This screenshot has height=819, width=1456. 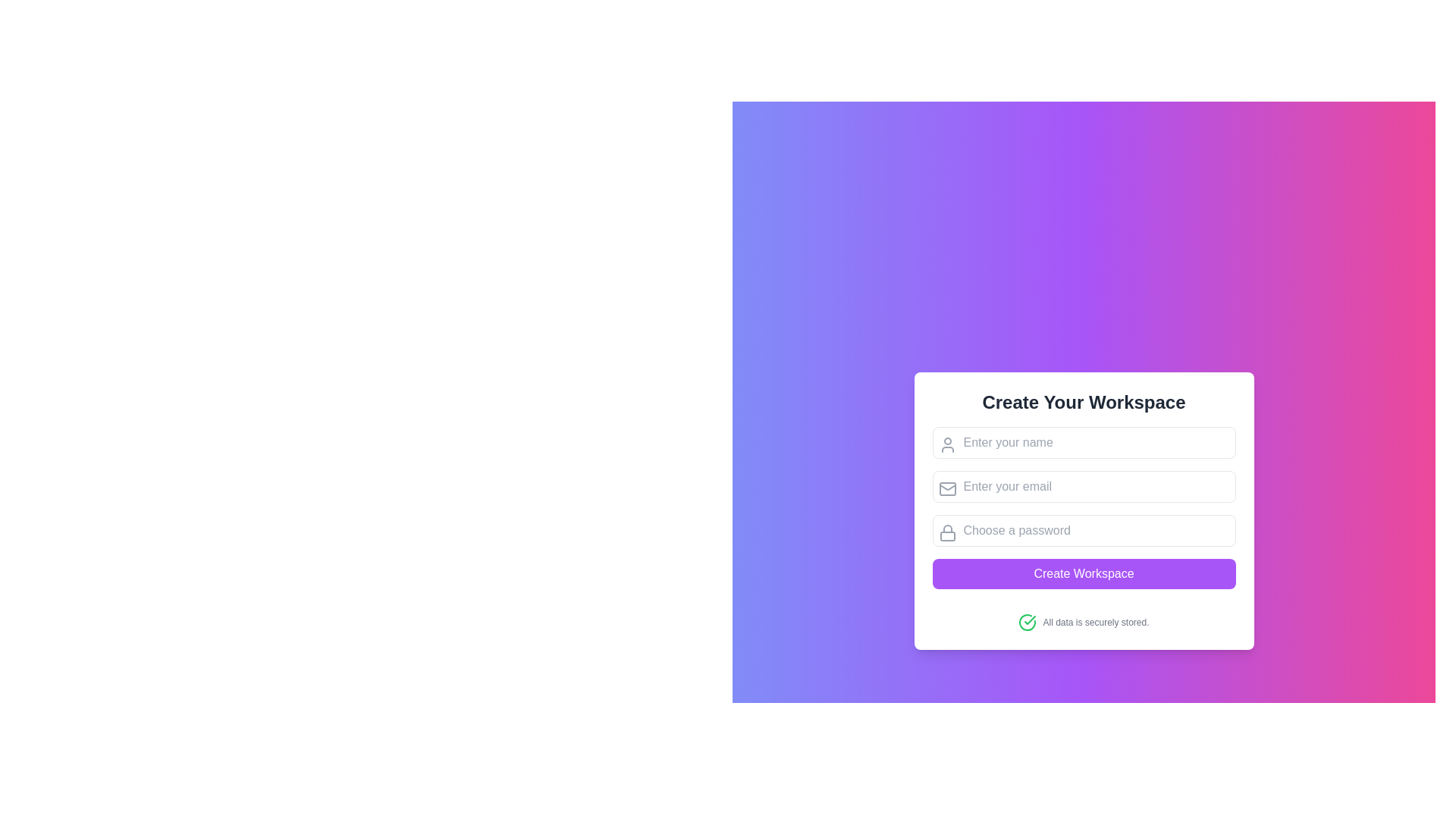 What do you see at coordinates (1083, 402) in the screenshot?
I see `the title or header text element that serves as the context for the form, positioned above all input fields and buttons` at bounding box center [1083, 402].